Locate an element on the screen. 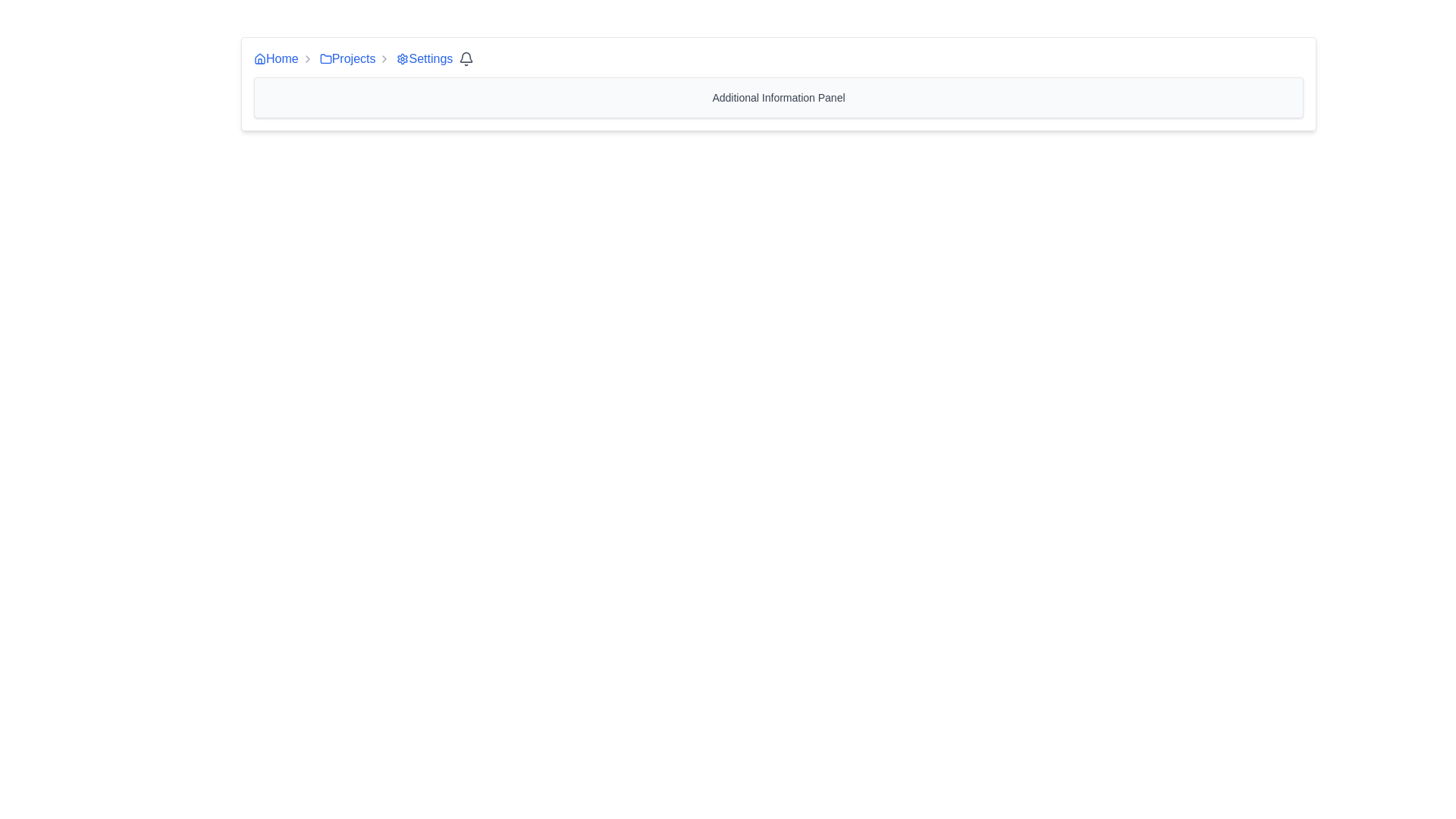 The width and height of the screenshot is (1456, 819). the 'Settings' text label in the breadcrumb navigation to indicate interactivity by underlining it is located at coordinates (430, 58).